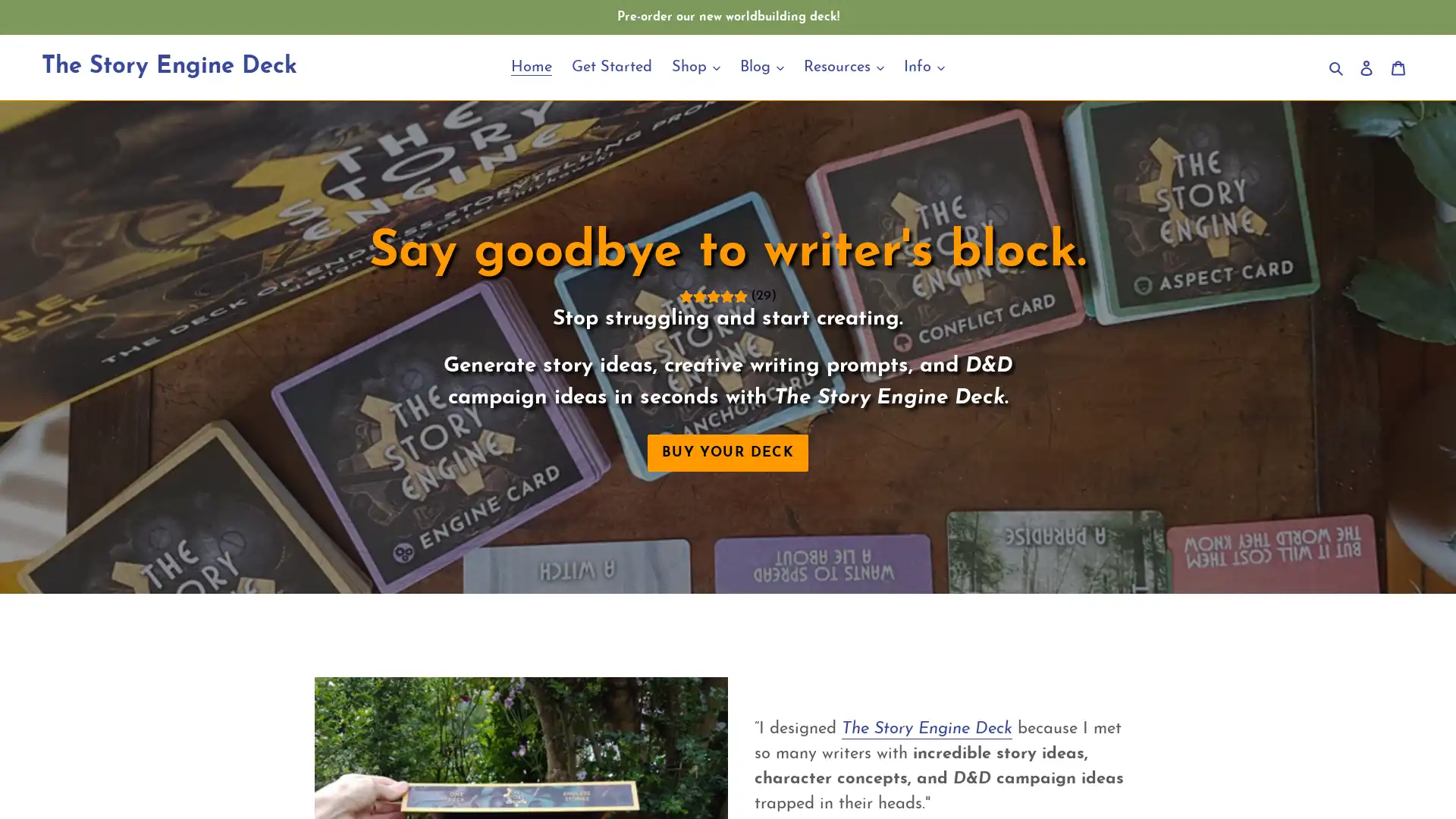  I want to click on Resources, so click(843, 66).